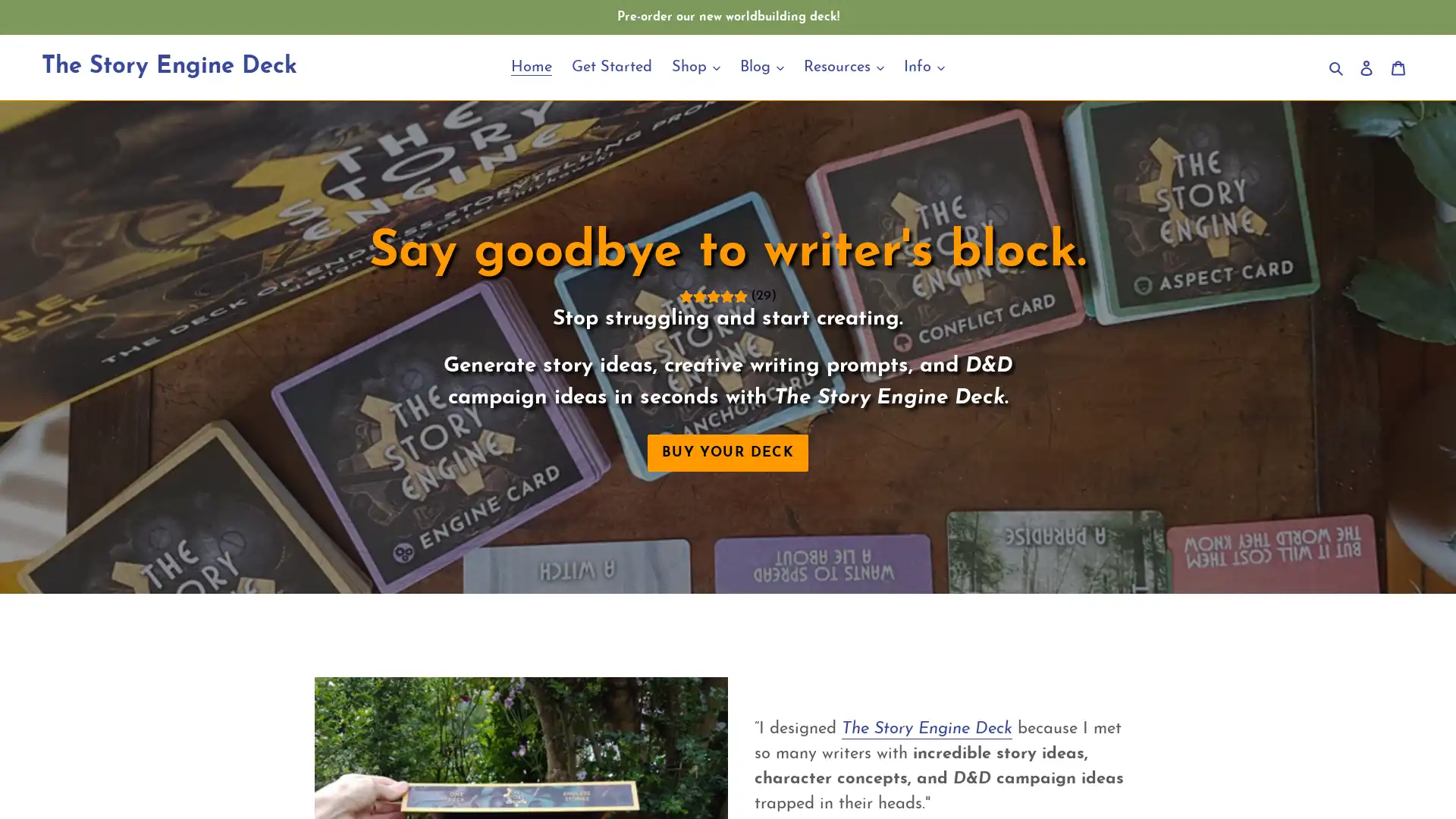  I want to click on Resources, so click(843, 66).